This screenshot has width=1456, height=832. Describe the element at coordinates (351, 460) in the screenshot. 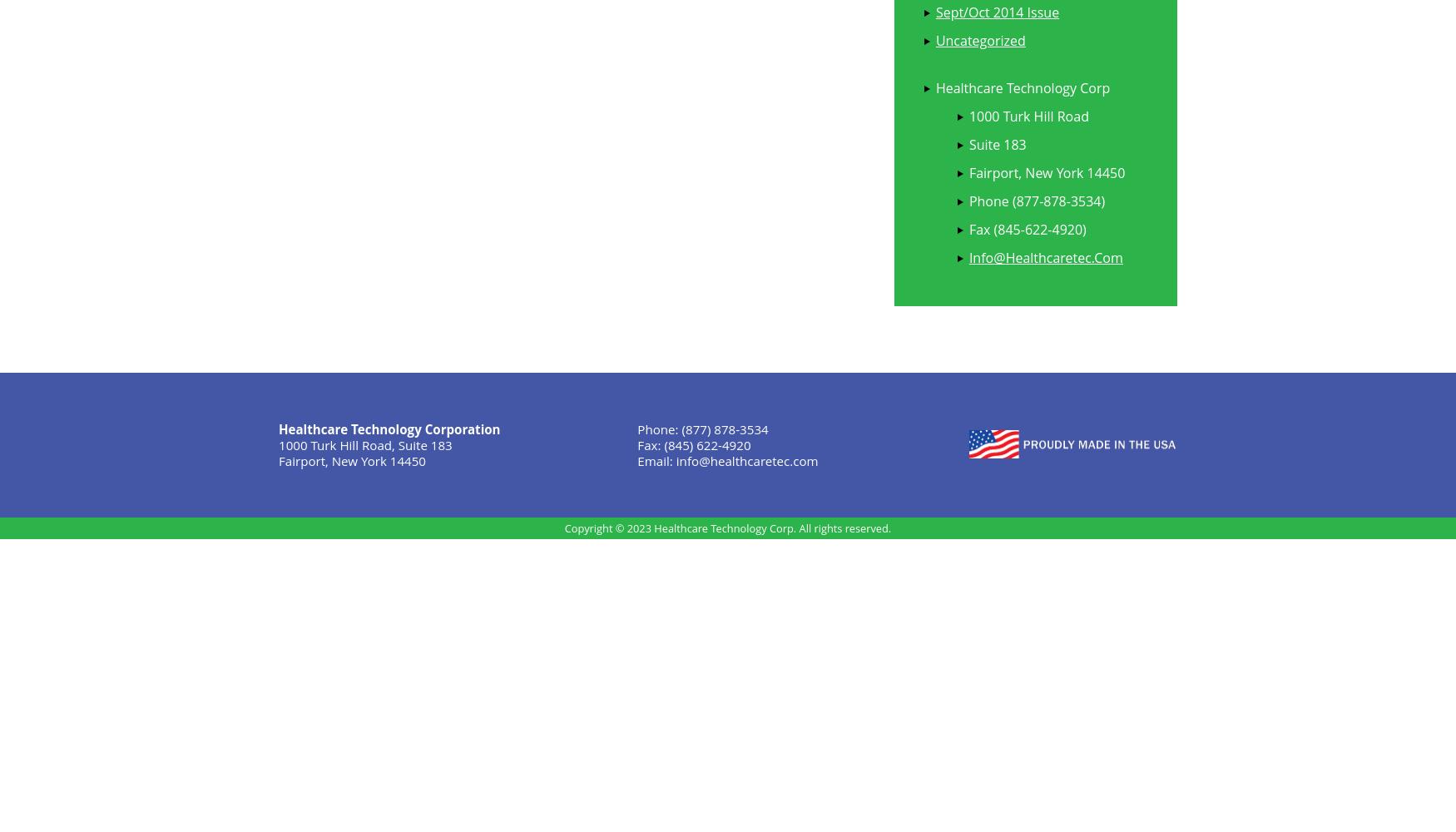

I see `'Fairport, New York 14450'` at that location.